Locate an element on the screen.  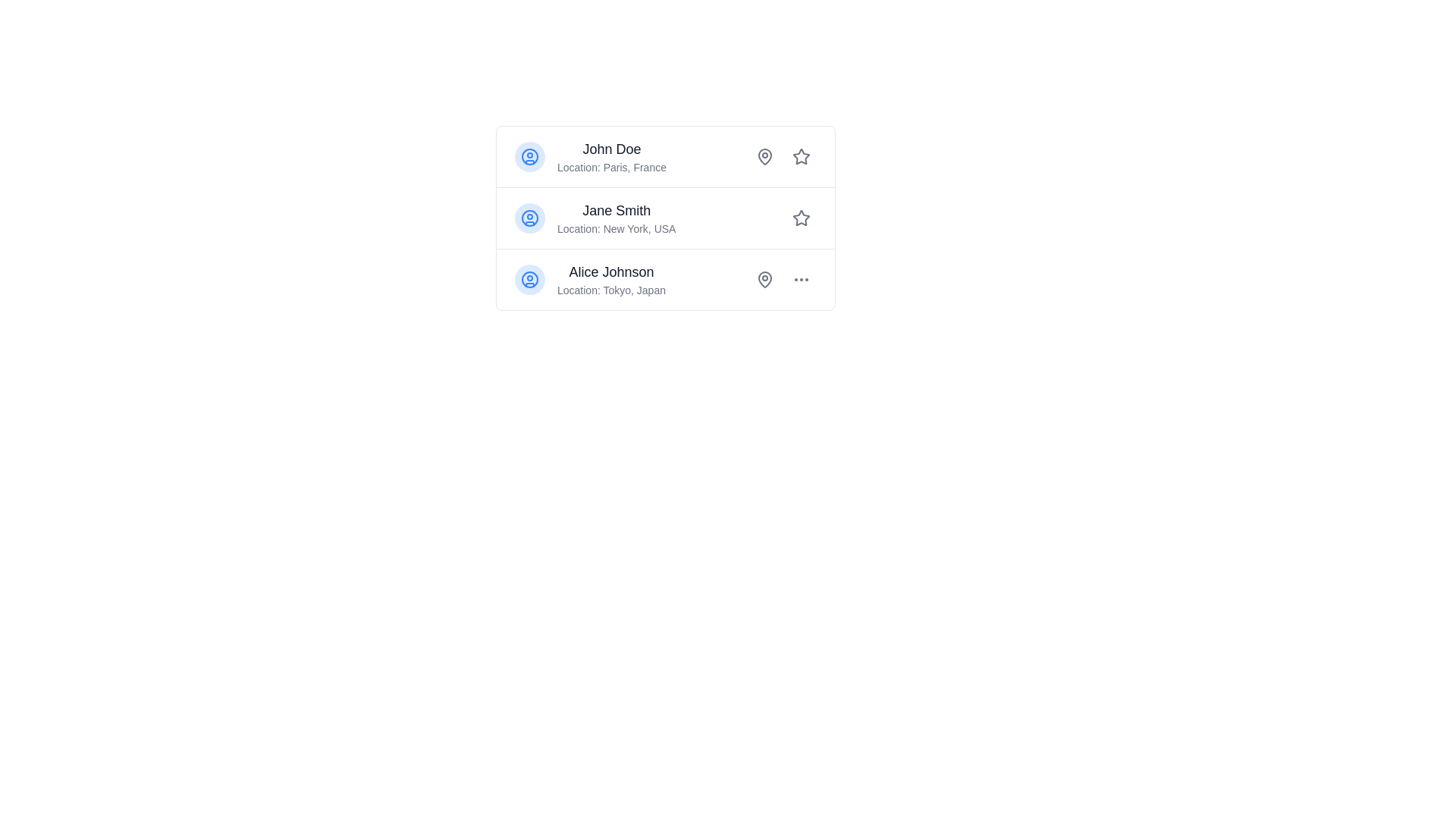
the icon button located at the far-right side of the horizontal layout of icons, which is the second element in the group is located at coordinates (800, 280).